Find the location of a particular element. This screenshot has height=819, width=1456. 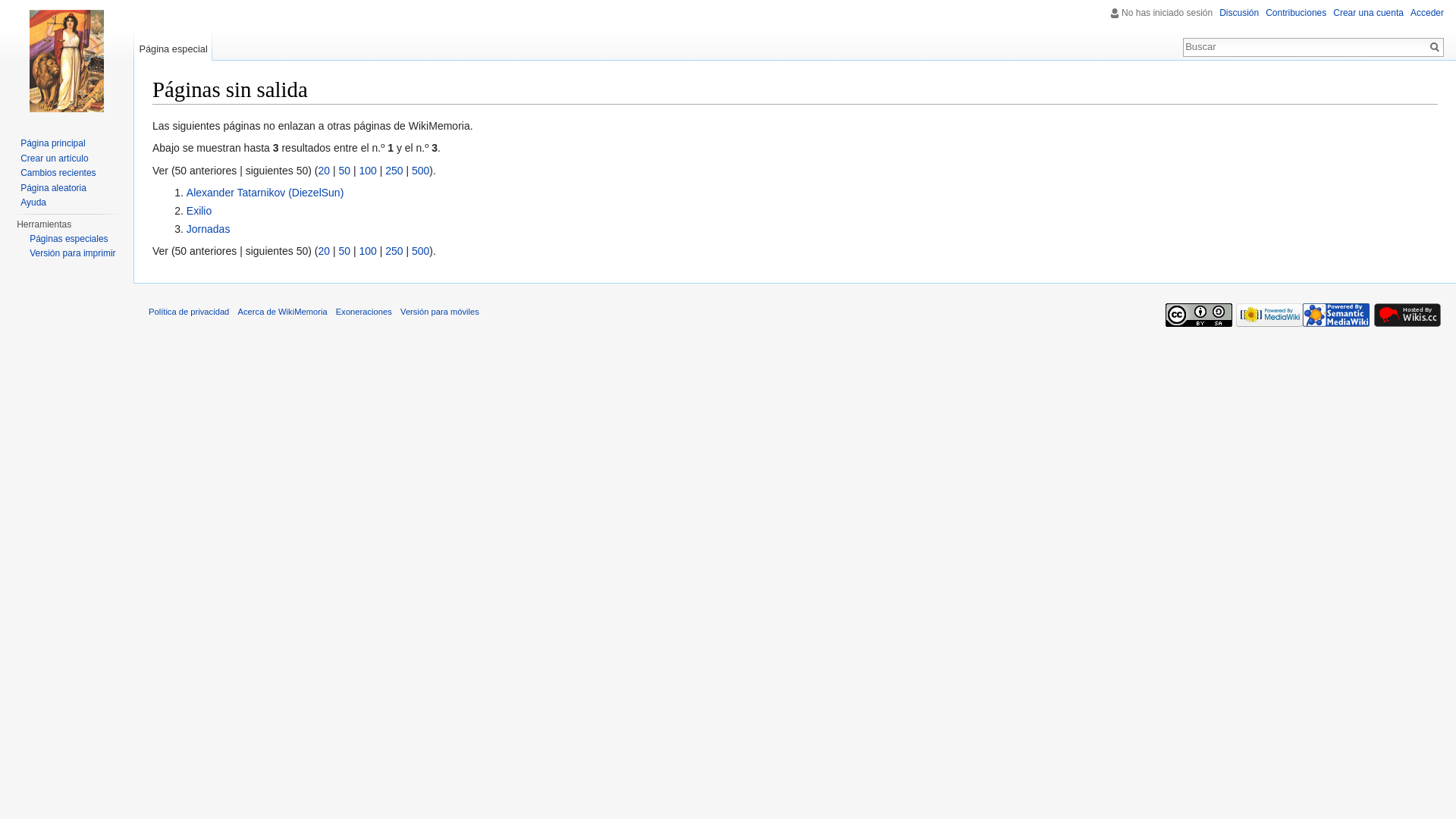

'Acceder' is located at coordinates (1426, 12).